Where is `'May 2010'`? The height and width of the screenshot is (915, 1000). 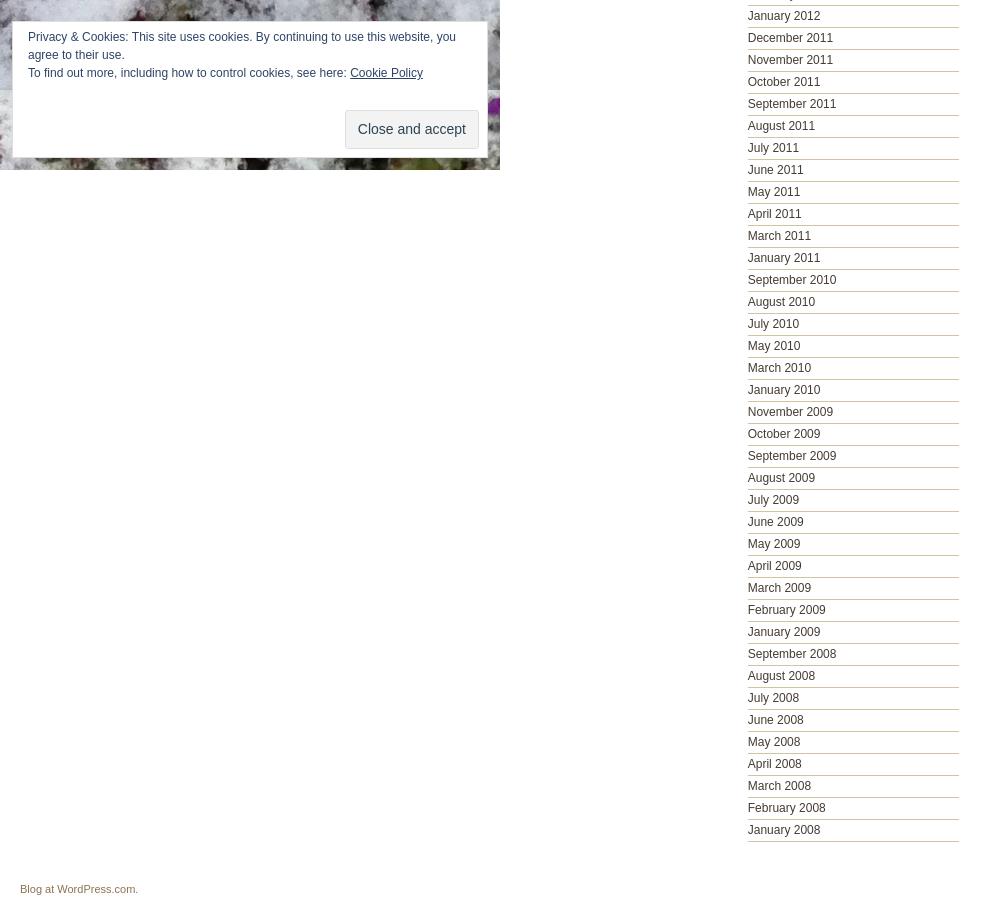 'May 2010' is located at coordinates (746, 345).